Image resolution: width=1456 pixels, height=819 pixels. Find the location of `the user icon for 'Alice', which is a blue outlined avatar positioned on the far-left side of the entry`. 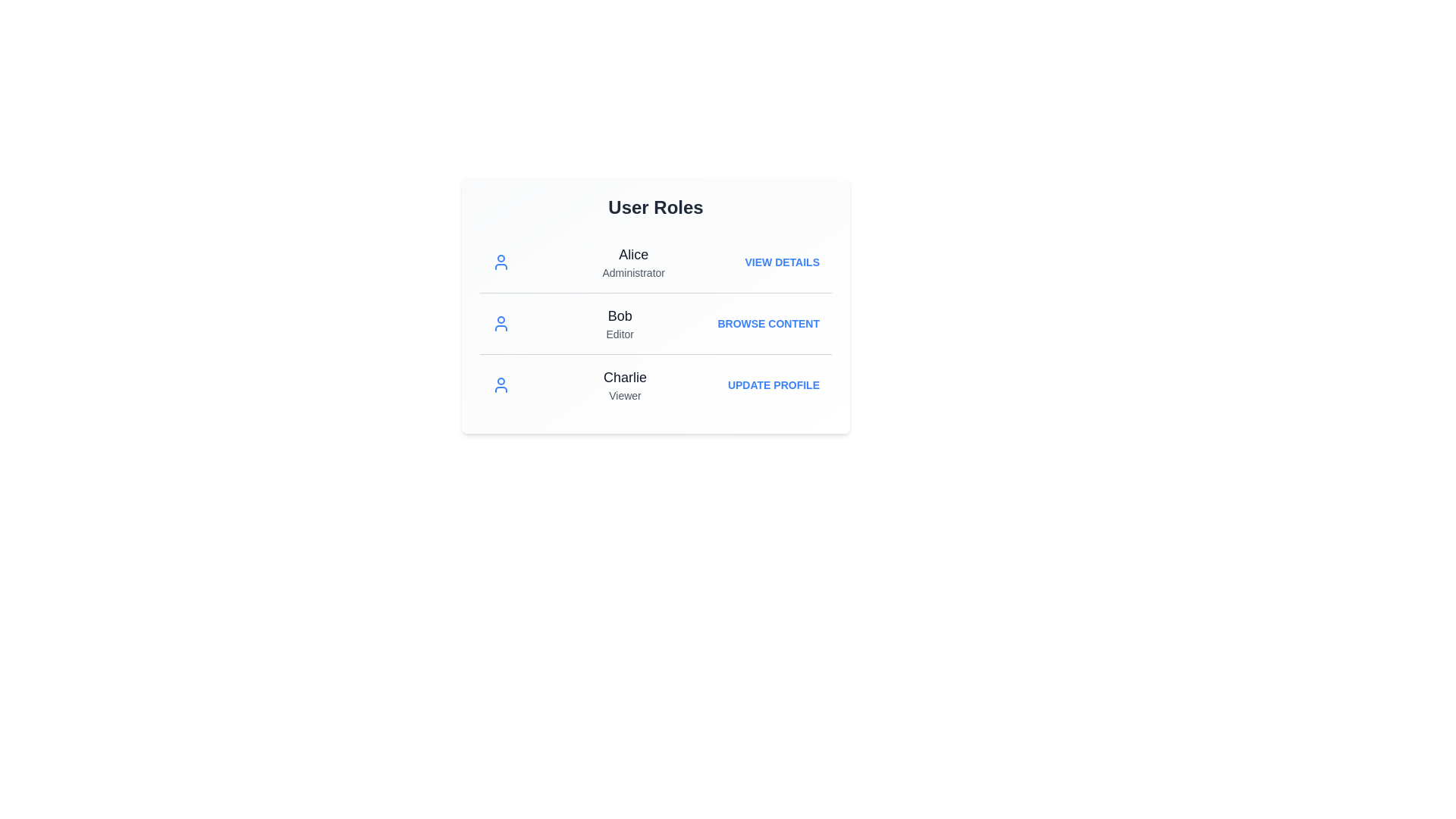

the user icon for 'Alice', which is a blue outlined avatar positioned on the far-left side of the entry is located at coordinates (501, 262).